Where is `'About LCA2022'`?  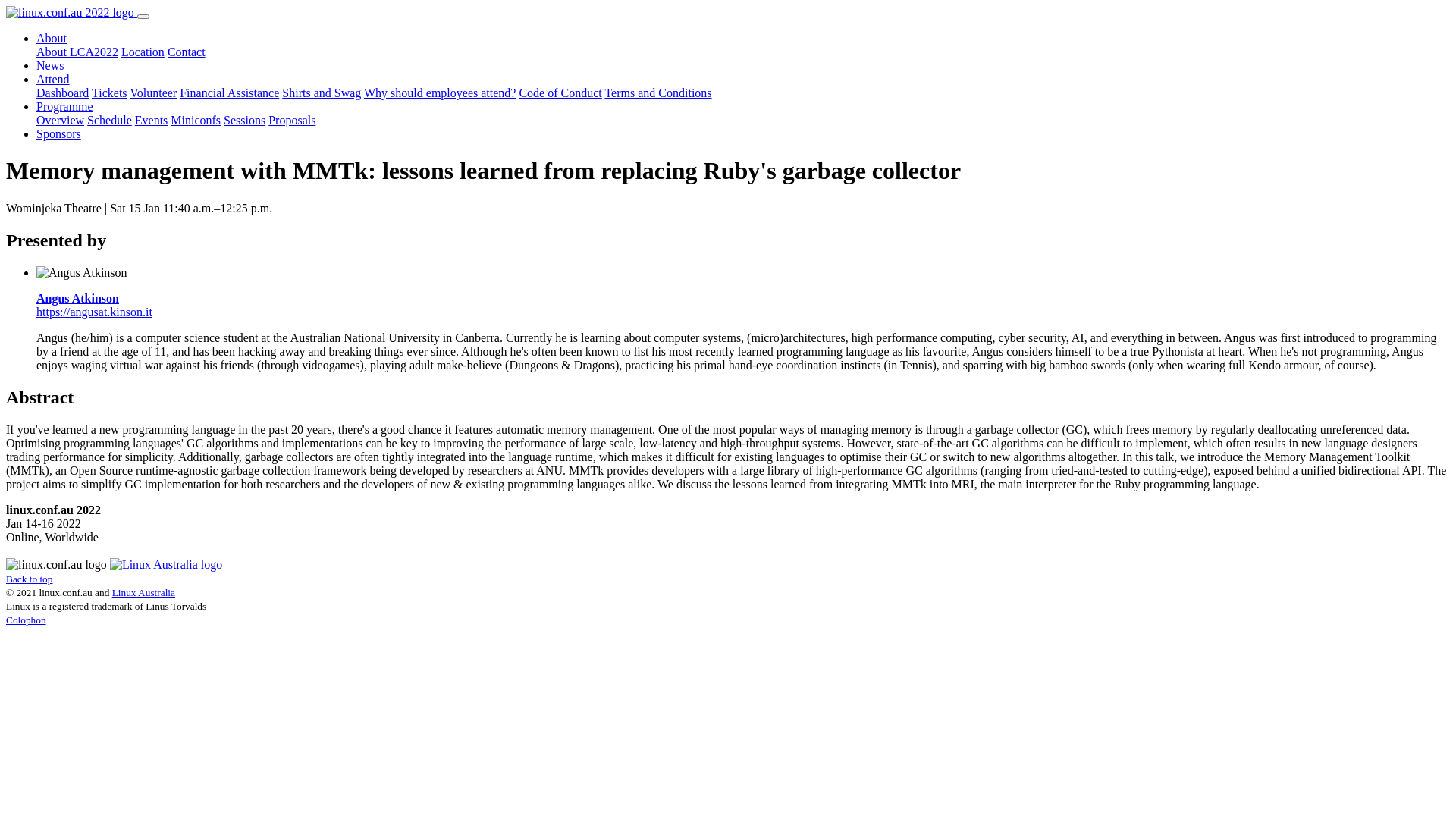
'About LCA2022' is located at coordinates (76, 51).